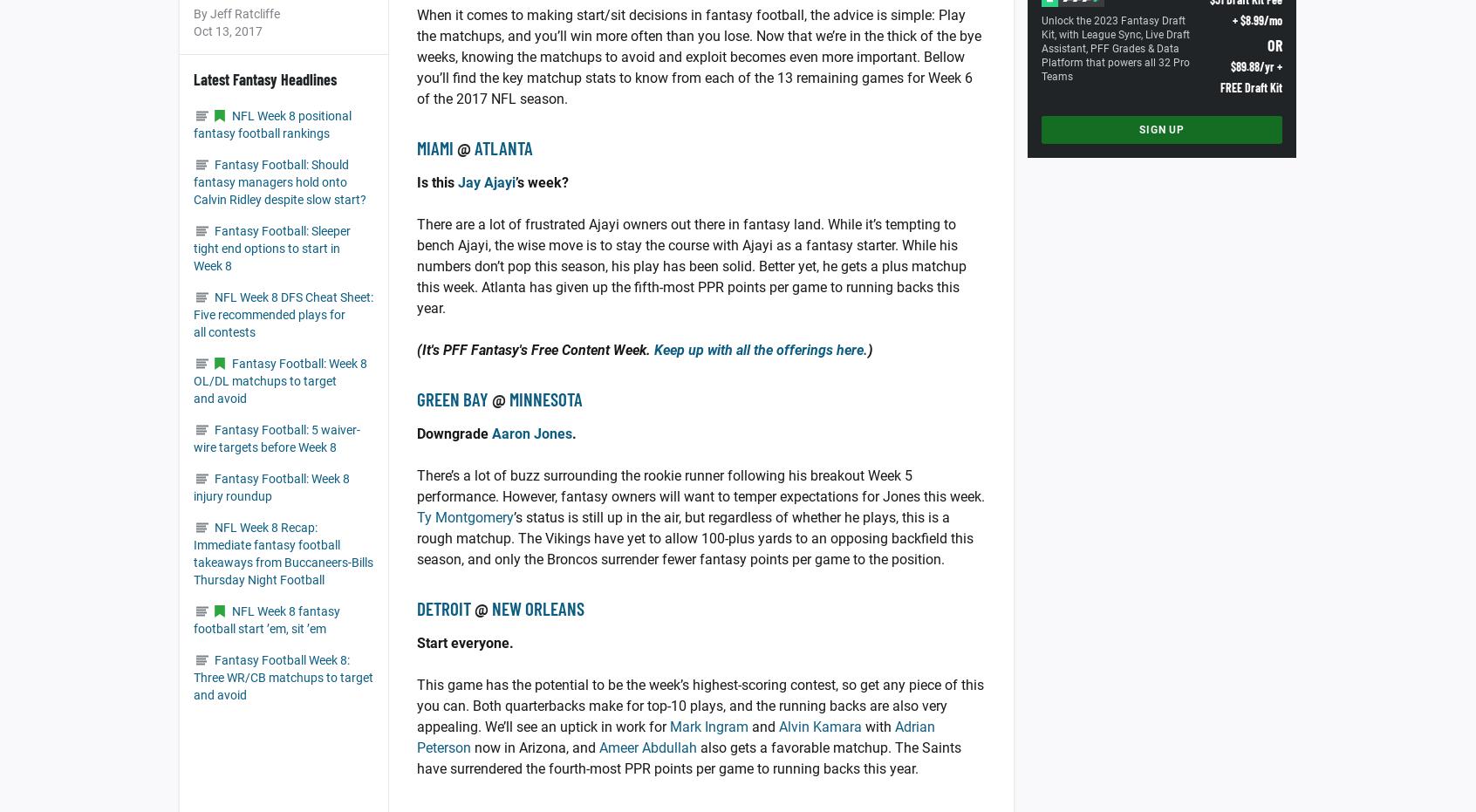 This screenshot has width=1476, height=812. What do you see at coordinates (1250, 77) in the screenshot?
I see `'$89.88/yr   + FREE Draft Kit'` at bounding box center [1250, 77].